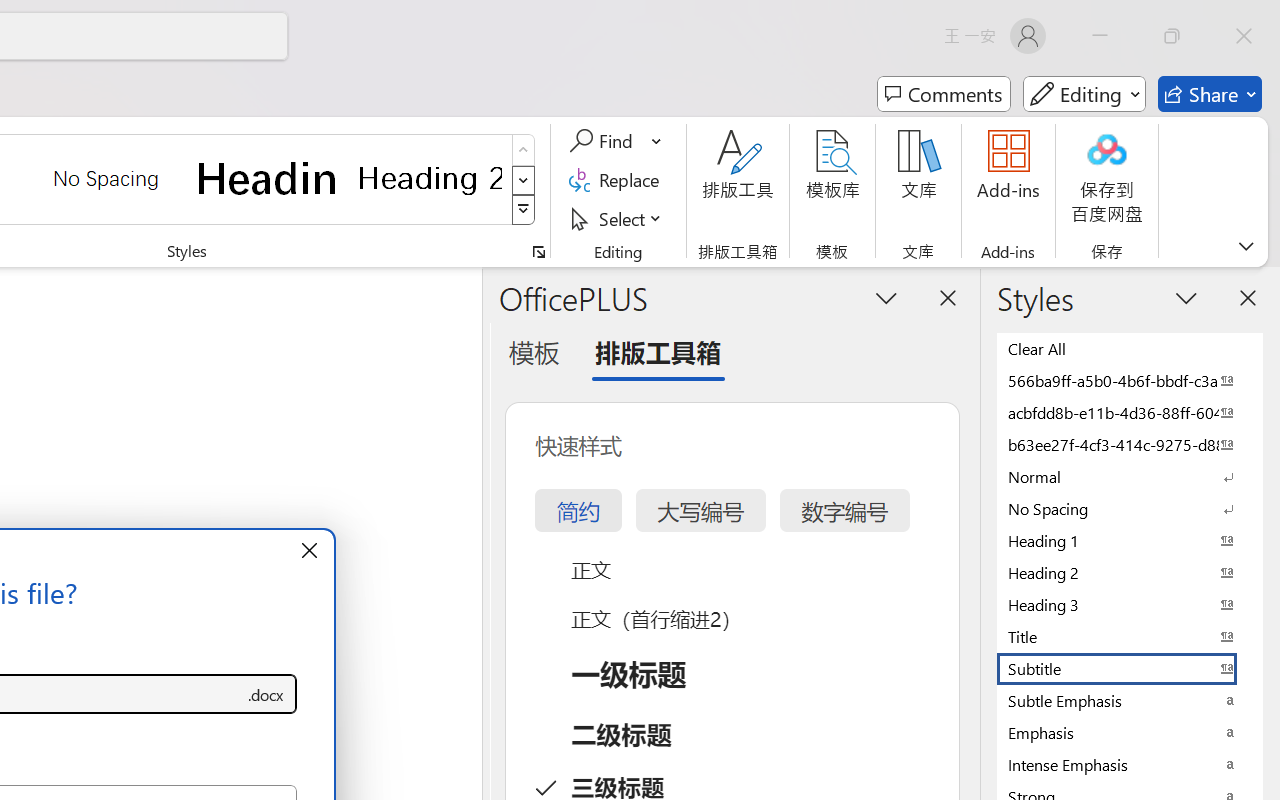  What do you see at coordinates (267, 177) in the screenshot?
I see `'Heading 1'` at bounding box center [267, 177].